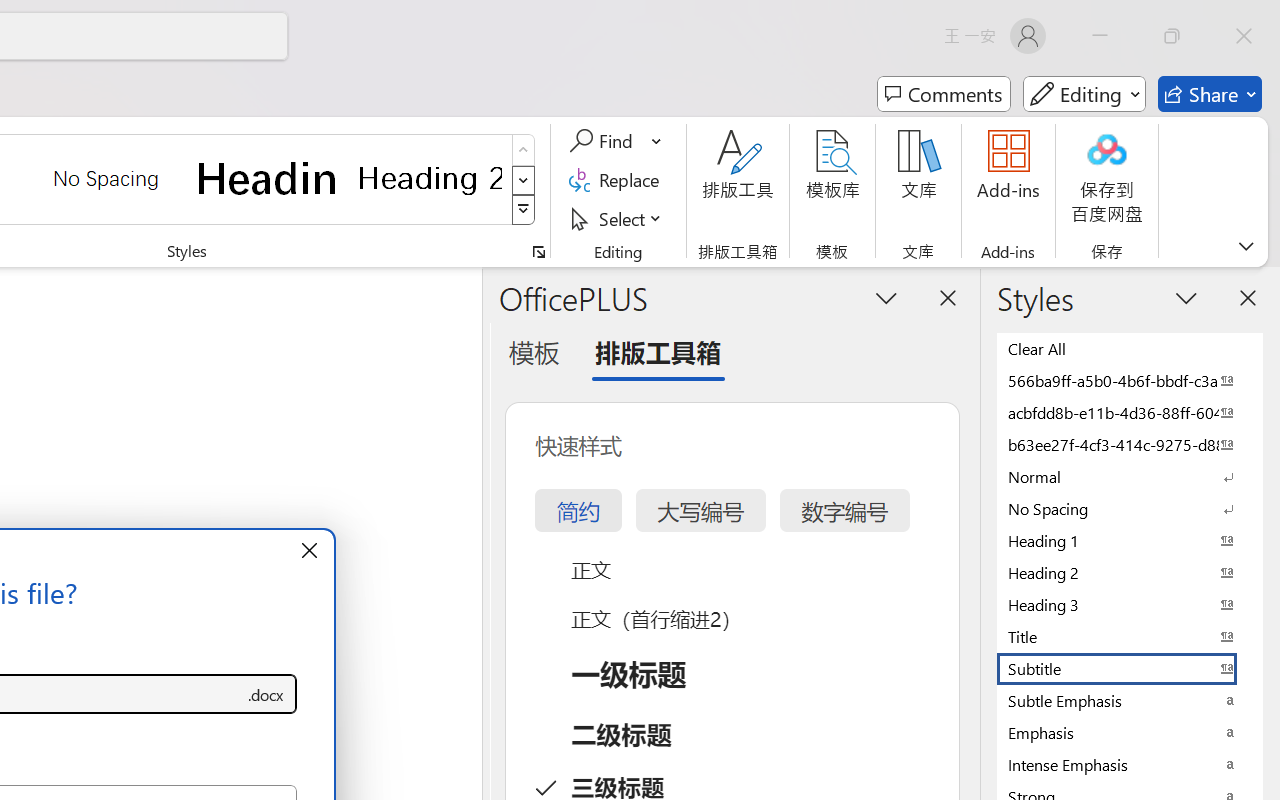  What do you see at coordinates (267, 177) in the screenshot?
I see `'Heading 1'` at bounding box center [267, 177].